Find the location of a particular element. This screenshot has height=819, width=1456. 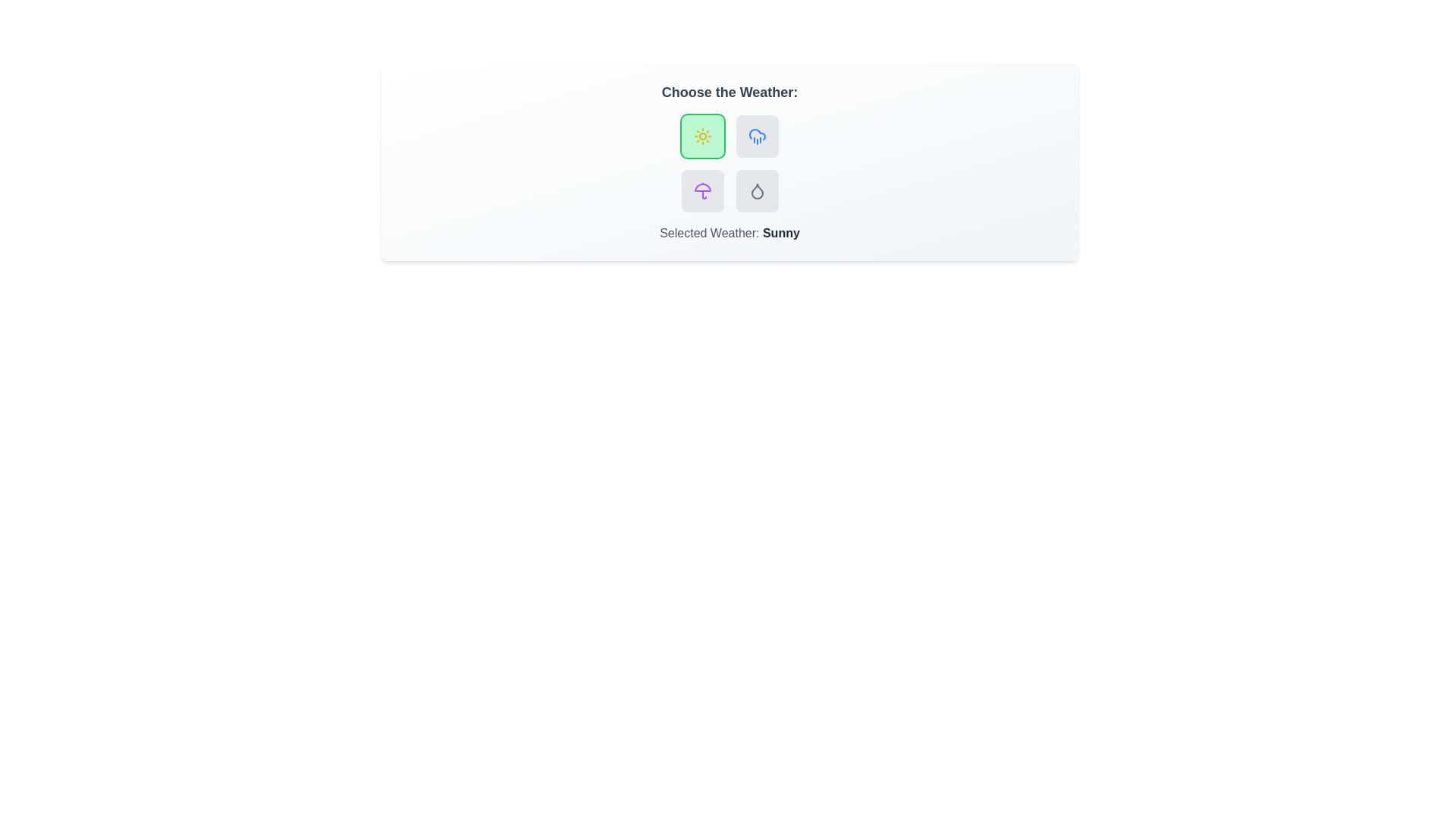

the weather button corresponding to Sunny is located at coordinates (701, 136).